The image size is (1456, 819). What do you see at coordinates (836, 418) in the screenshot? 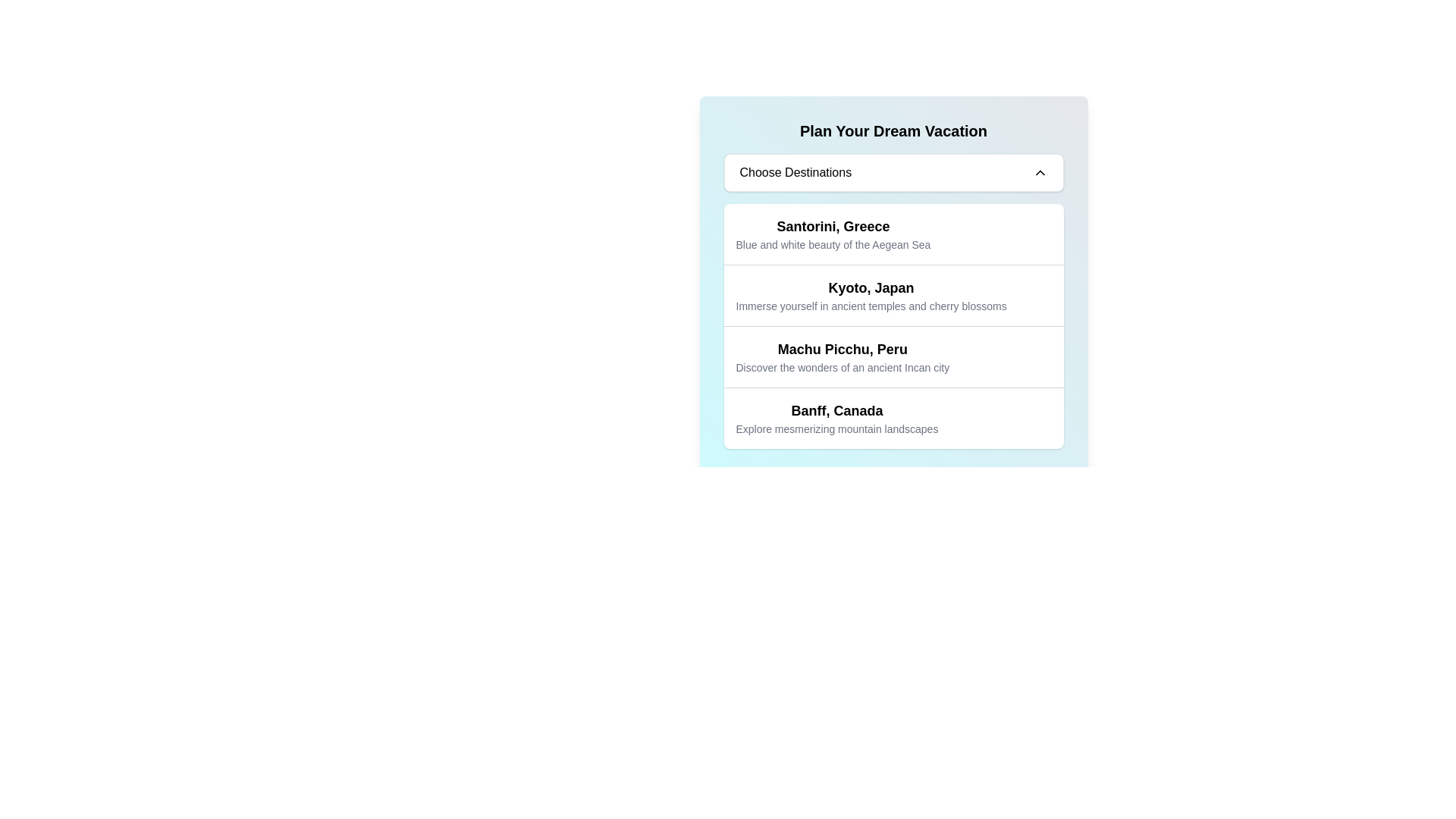
I see `the text block providing information about the Banff, Canada destination, which is the last item in the vacation destinations list` at bounding box center [836, 418].